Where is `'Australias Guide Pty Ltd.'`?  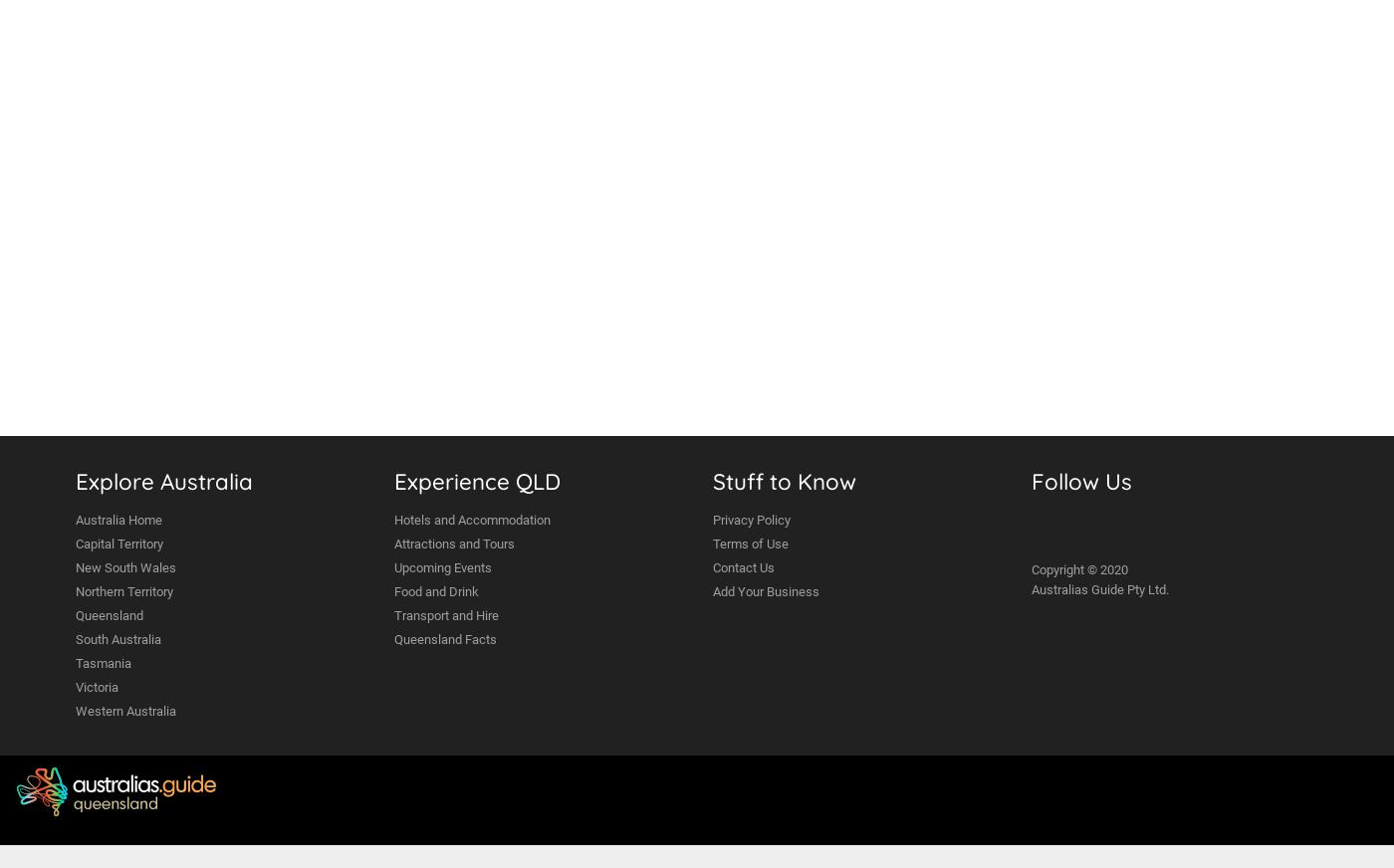
'Australias Guide Pty Ltd.' is located at coordinates (1032, 588).